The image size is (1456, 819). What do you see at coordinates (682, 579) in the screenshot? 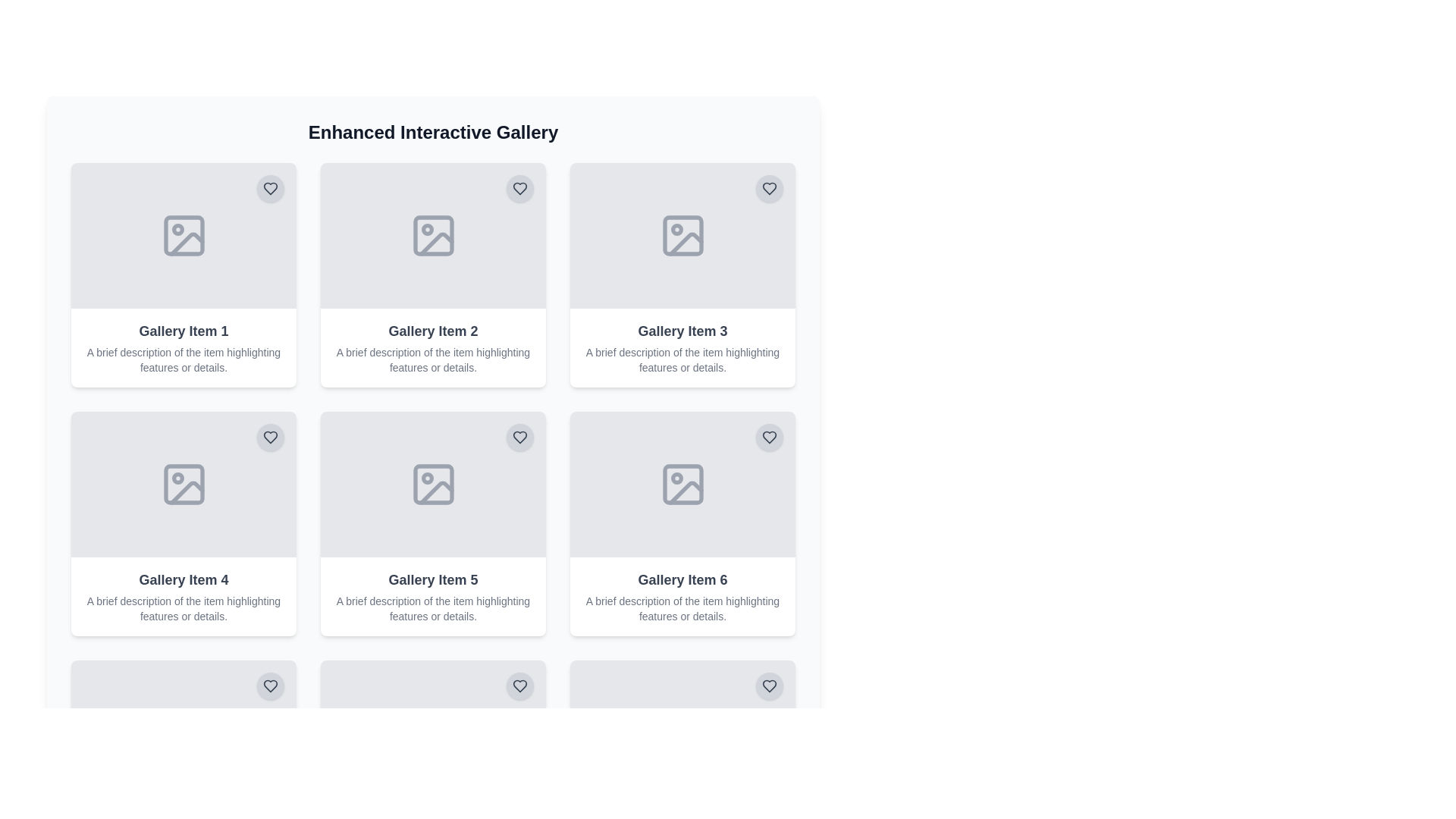
I see `the header text element displaying 'Gallery Item 6', which is bolded and prominently positioned in dark gray at the bottom right of the grid layout` at bounding box center [682, 579].